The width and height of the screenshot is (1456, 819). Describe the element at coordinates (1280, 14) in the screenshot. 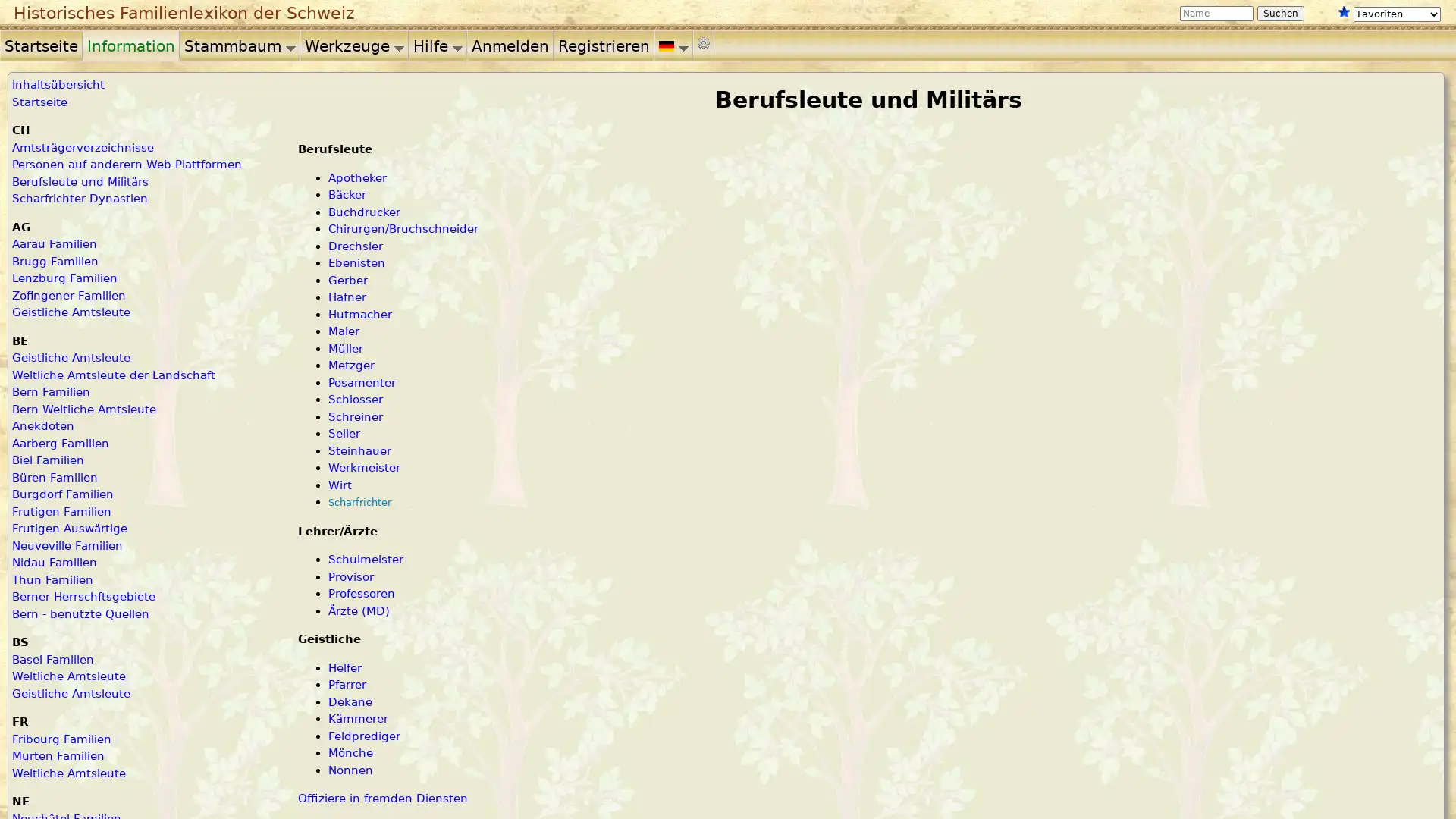

I see `Suchen` at that location.